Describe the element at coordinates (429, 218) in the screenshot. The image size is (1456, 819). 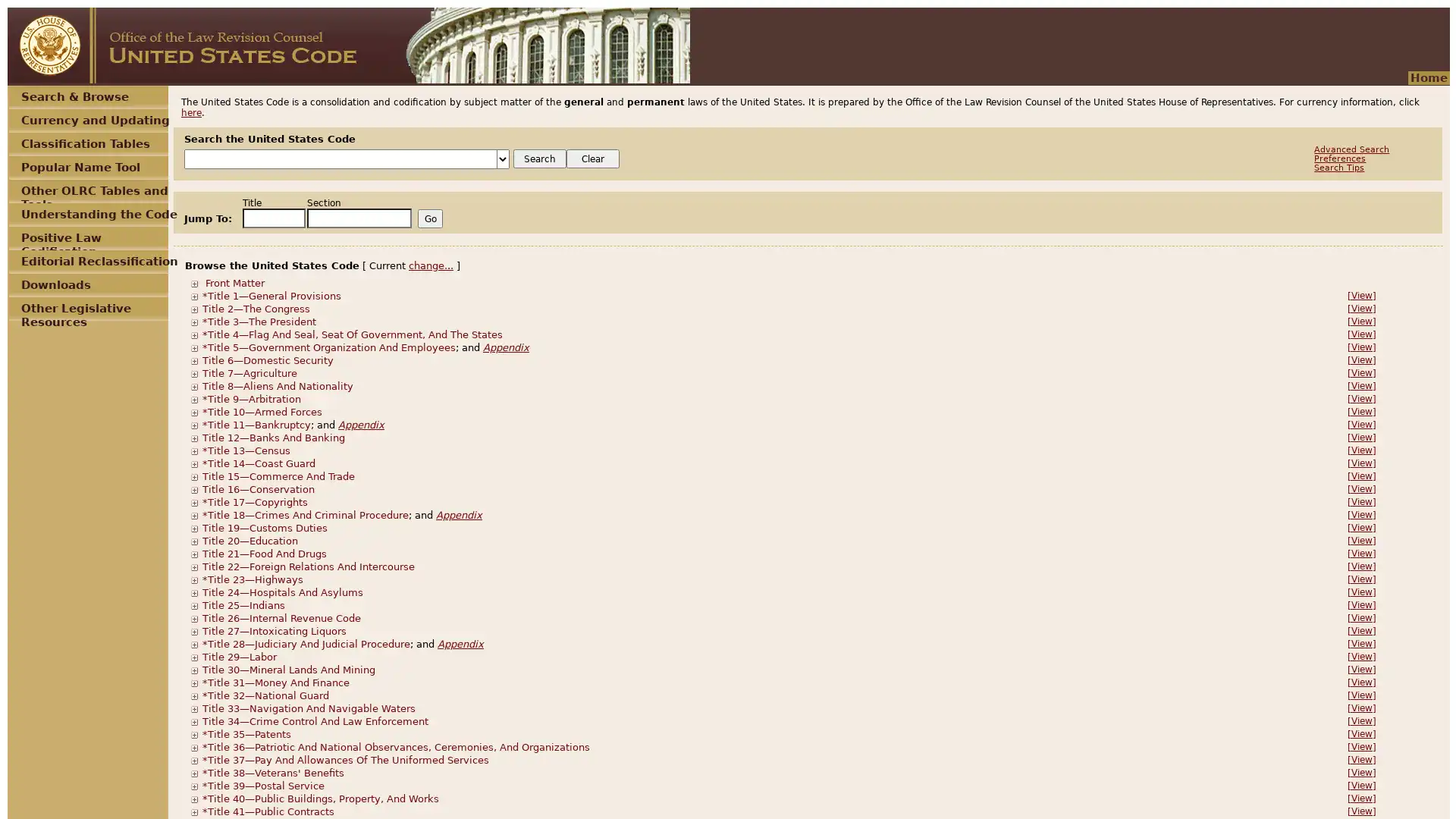
I see `Go` at that location.